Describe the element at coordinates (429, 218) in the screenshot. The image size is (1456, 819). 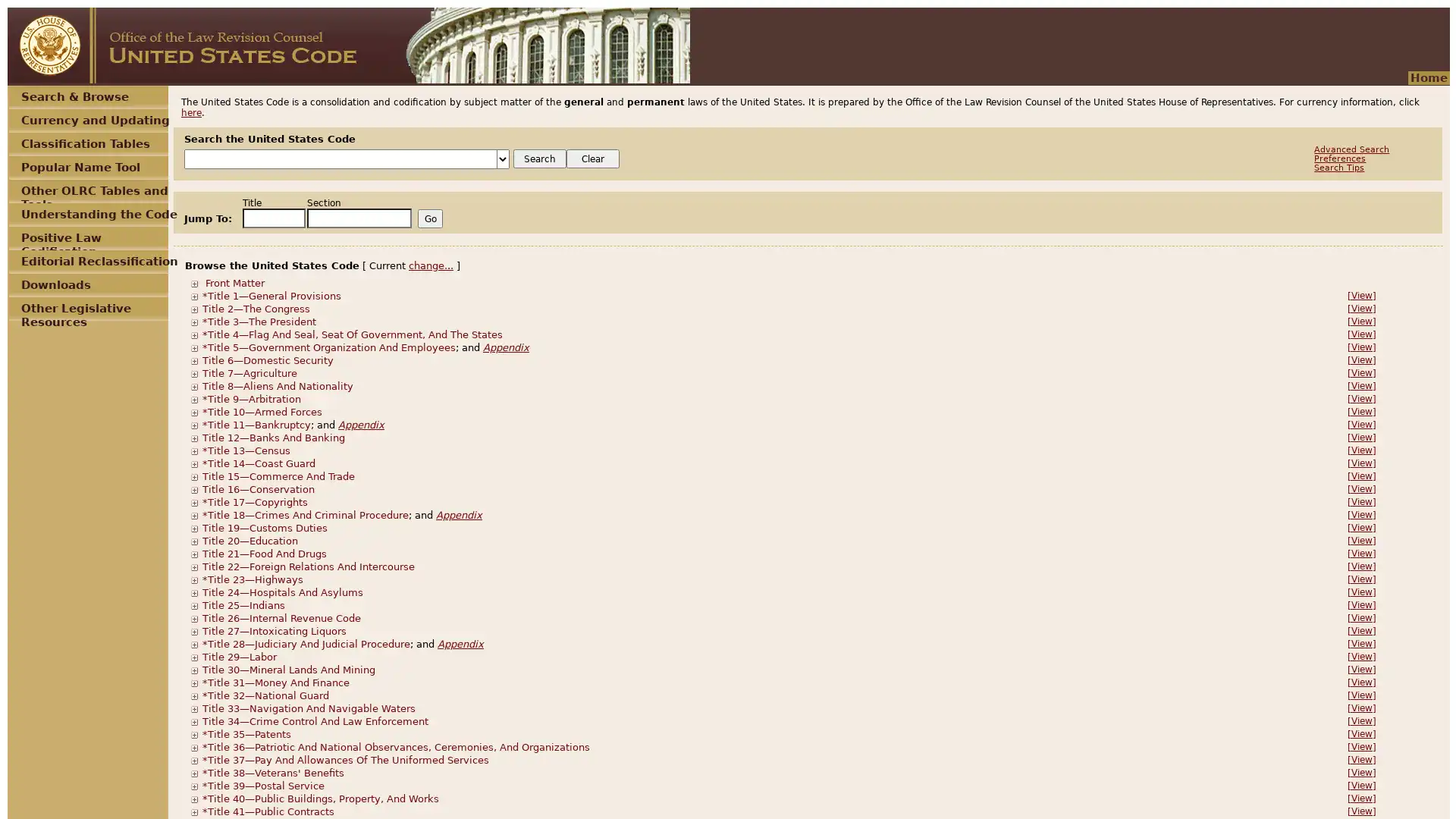
I see `Go` at that location.